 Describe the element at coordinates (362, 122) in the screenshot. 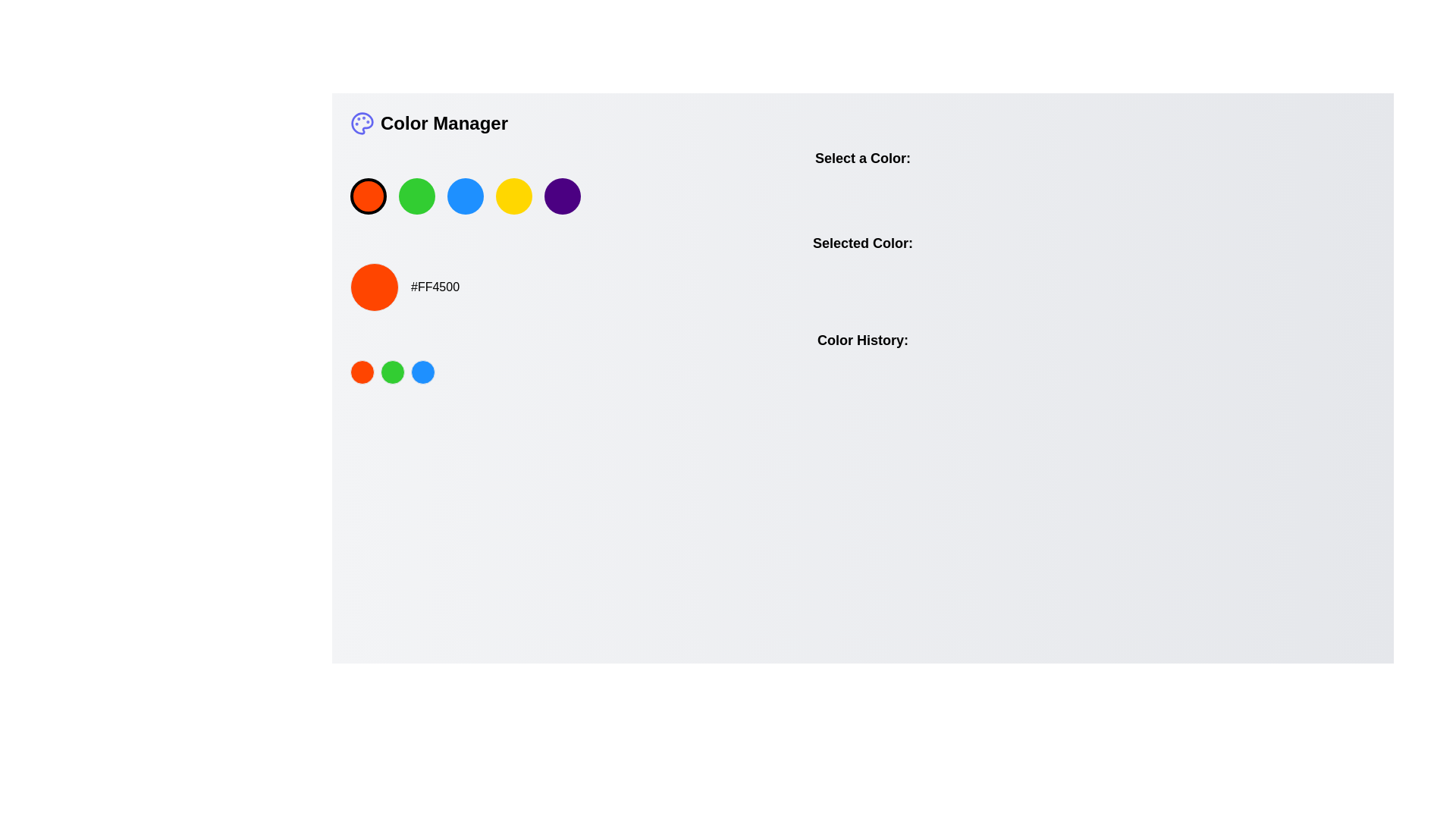

I see `the Color Manager icon, which resembles an artist's palette and is located in the top-left corner of the interface before the 'Color Manager' text label` at that location.